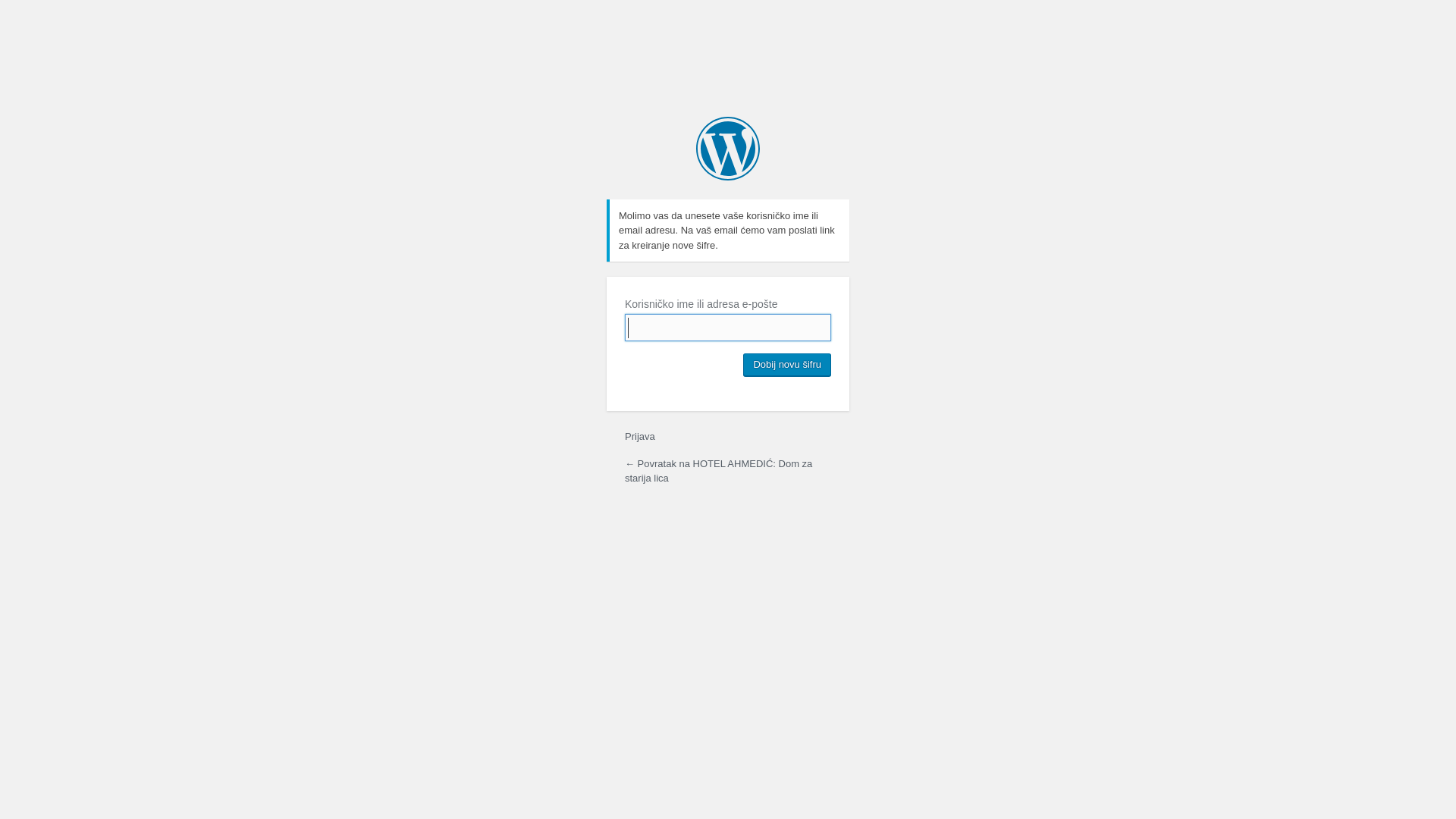 The height and width of the screenshot is (819, 1456). Describe the element at coordinates (640, 436) in the screenshot. I see `'Prijava'` at that location.